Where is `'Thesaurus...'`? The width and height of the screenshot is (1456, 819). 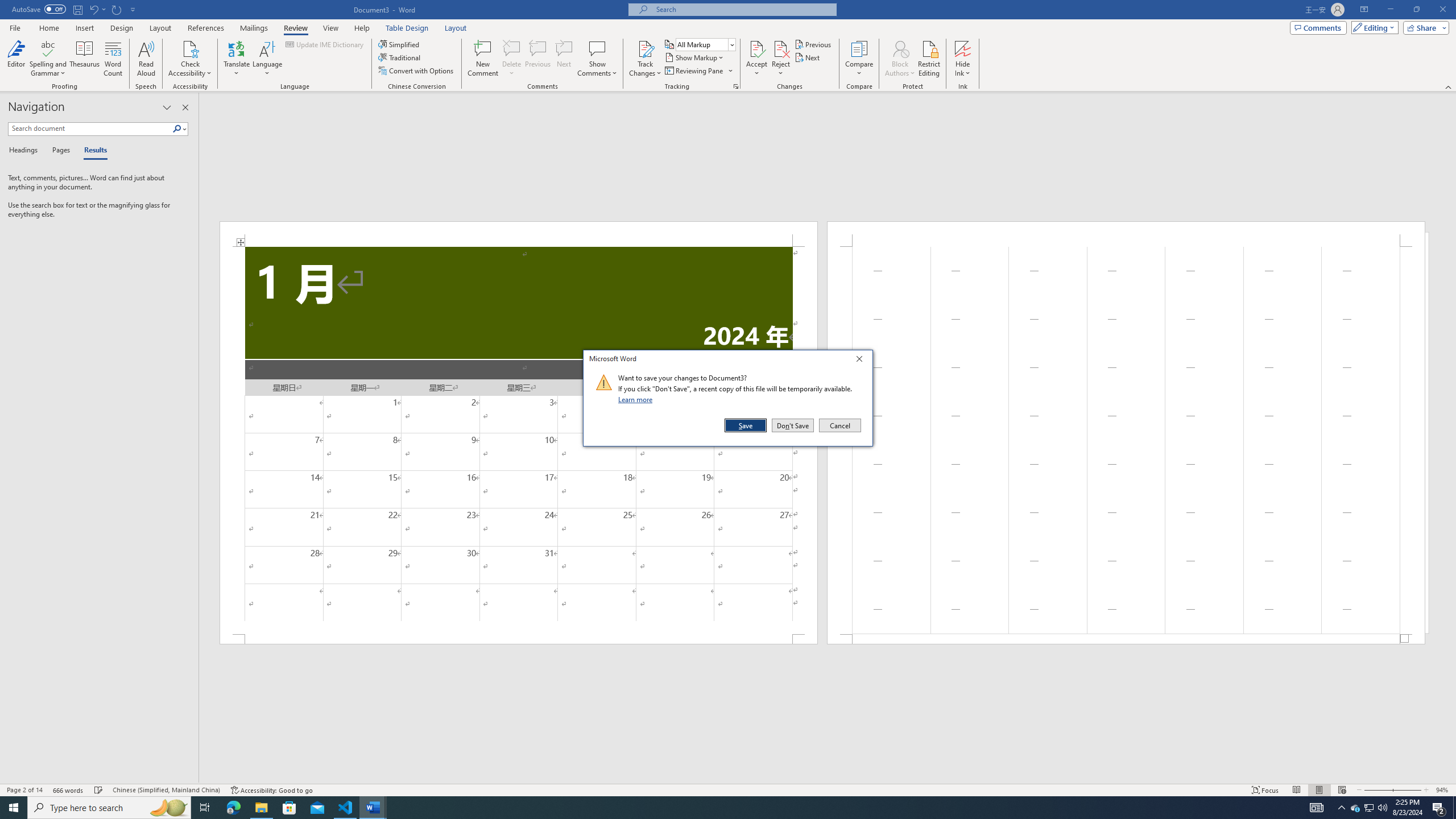
'Thesaurus...' is located at coordinates (84, 59).